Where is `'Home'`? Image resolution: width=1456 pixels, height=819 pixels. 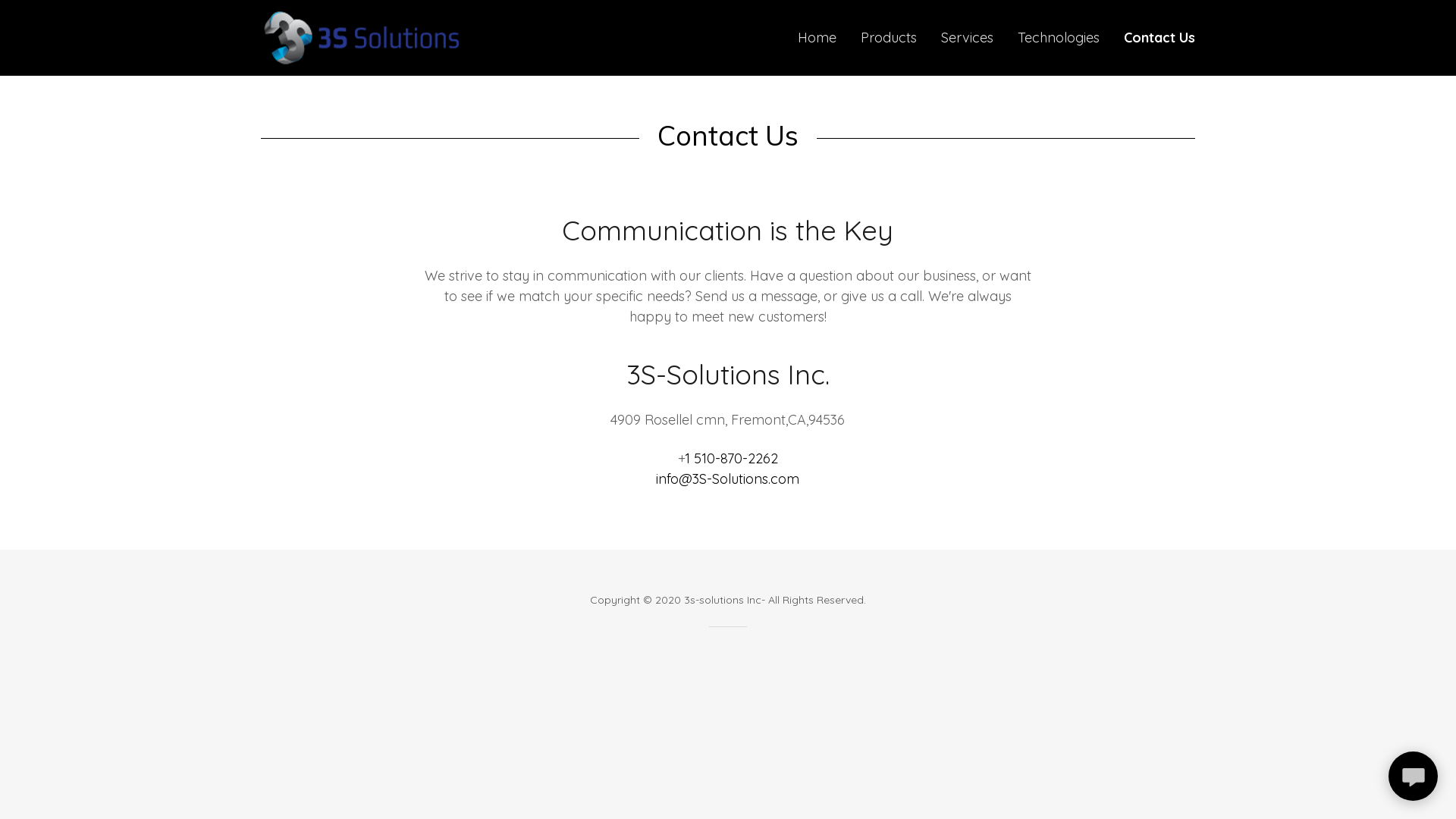 'Home' is located at coordinates (816, 37).